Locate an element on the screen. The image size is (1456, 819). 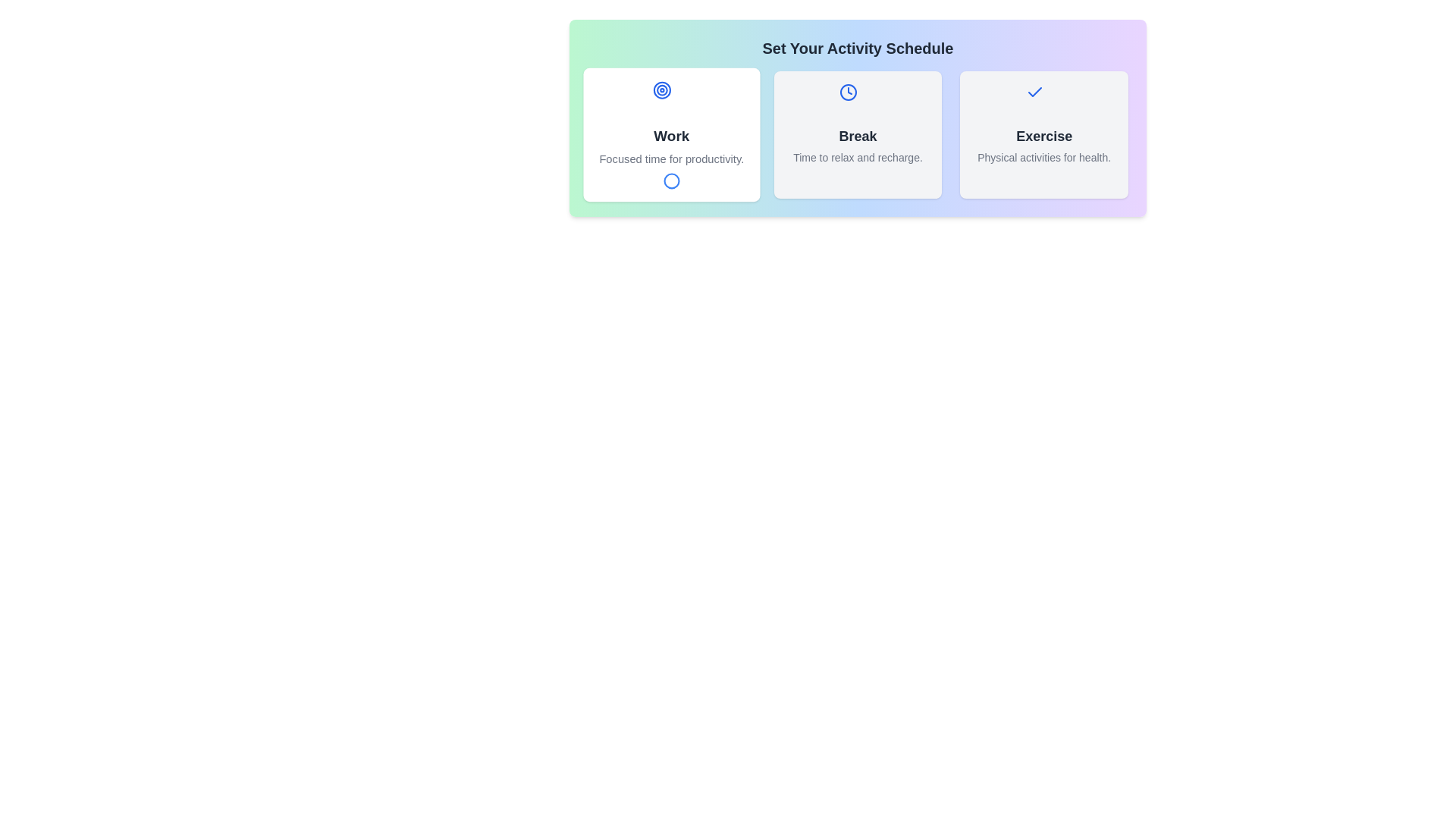
the state or color of the small blue checkmark icon located at the top right corner of the 'Exercise' card, which is the last card in a three-card layout under 'Set Your Activity Schedule' is located at coordinates (1034, 92).